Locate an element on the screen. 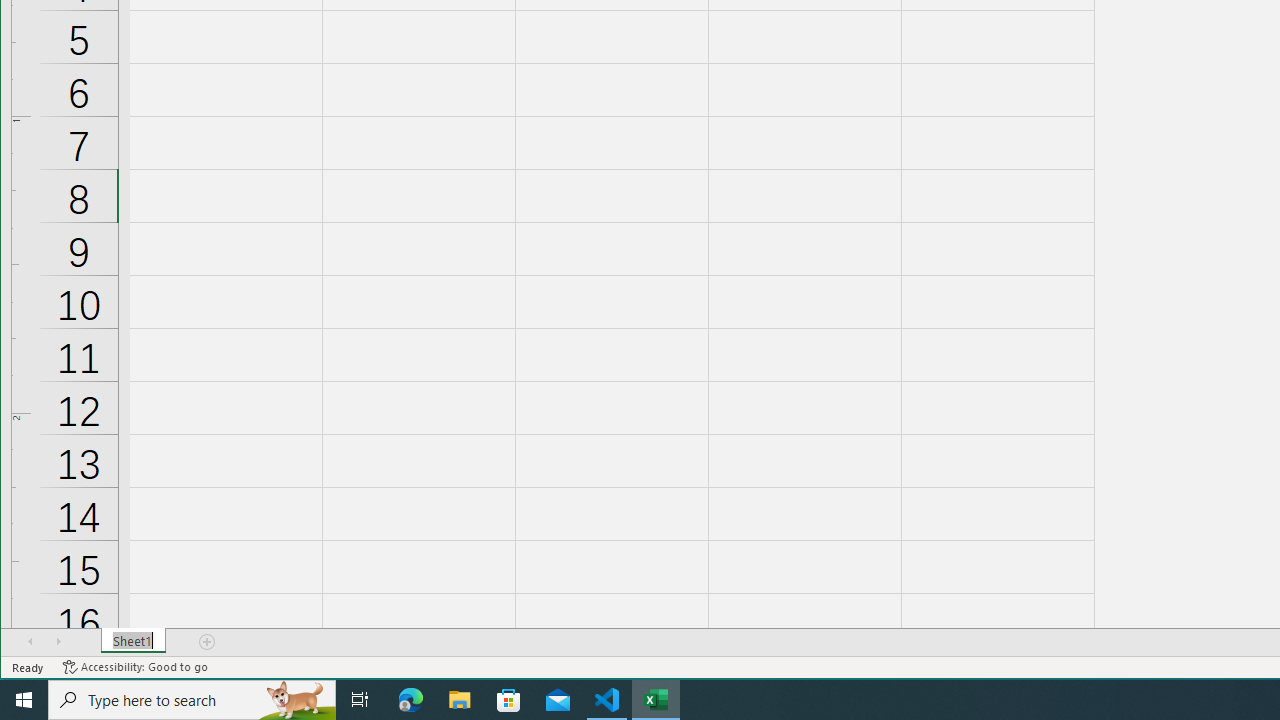 Image resolution: width=1280 pixels, height=720 pixels. 'Visual Studio Code - 1 running window' is located at coordinates (606, 698).